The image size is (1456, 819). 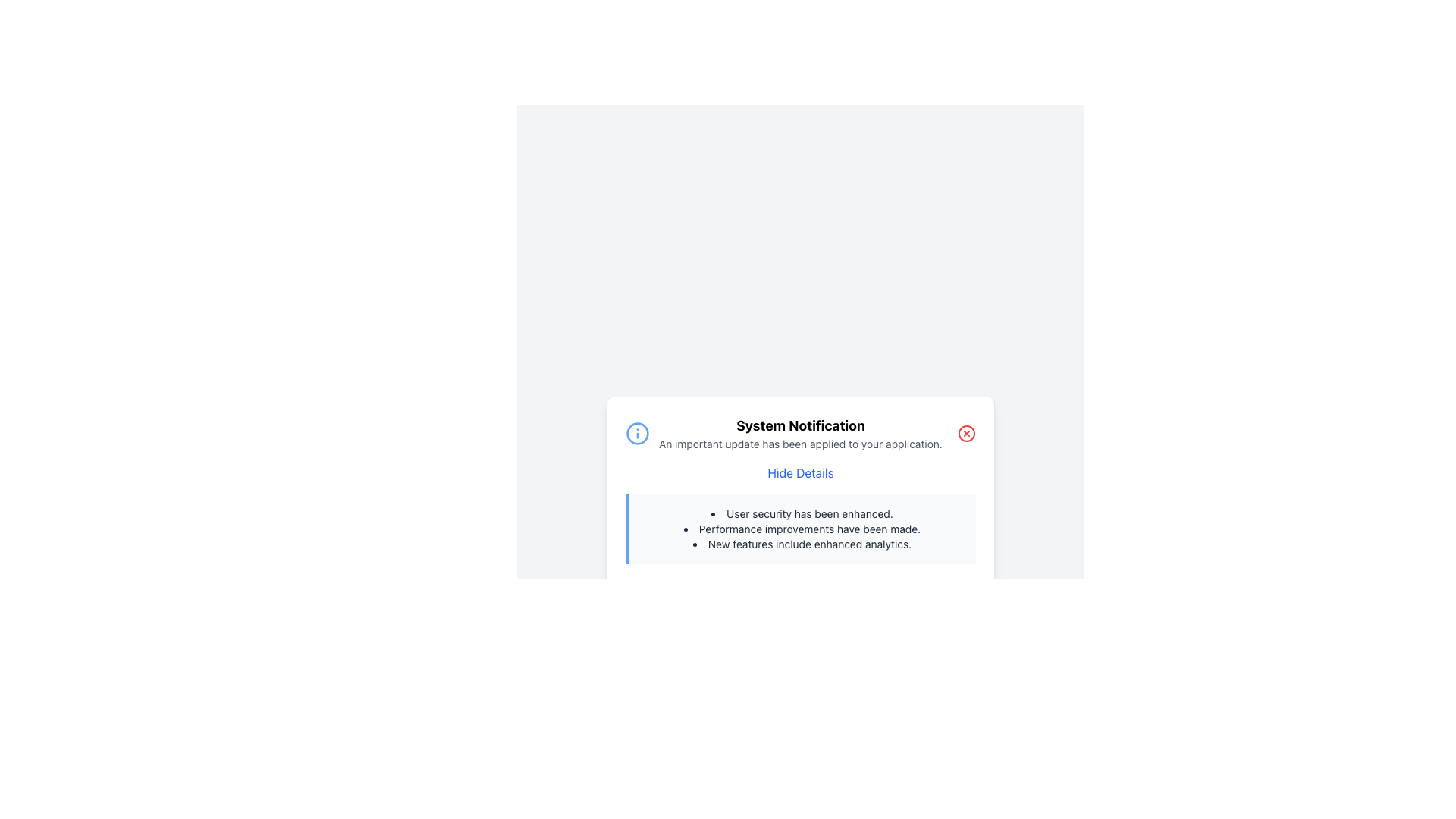 What do you see at coordinates (801, 543) in the screenshot?
I see `the text element that reads 'New features include enhanced analytics.' in the bullet-point list to possibly reveal additional information` at bounding box center [801, 543].